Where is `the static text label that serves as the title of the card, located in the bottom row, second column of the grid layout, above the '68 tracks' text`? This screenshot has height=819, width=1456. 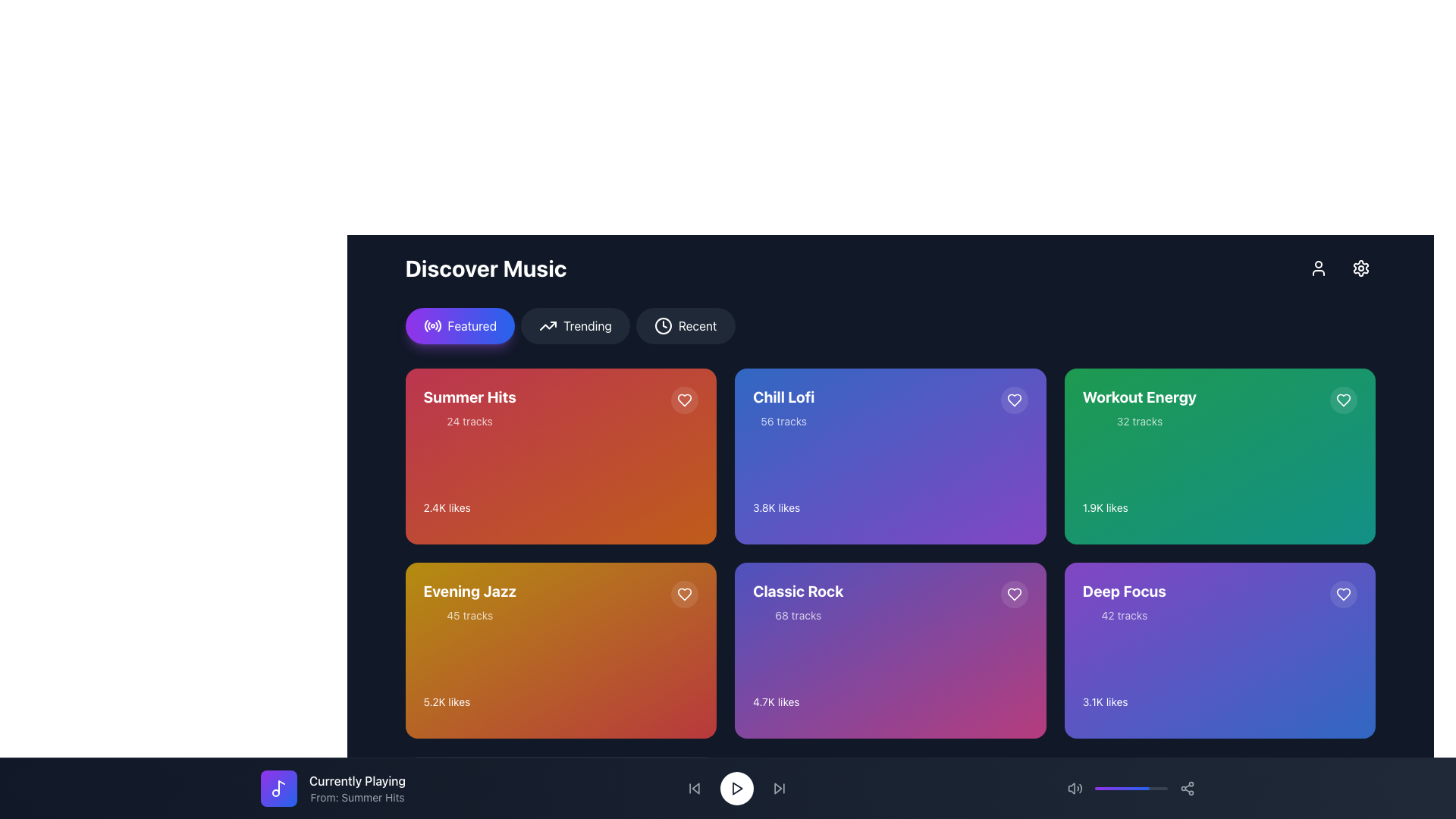 the static text label that serves as the title of the card, located in the bottom row, second column of the grid layout, above the '68 tracks' text is located at coordinates (797, 590).